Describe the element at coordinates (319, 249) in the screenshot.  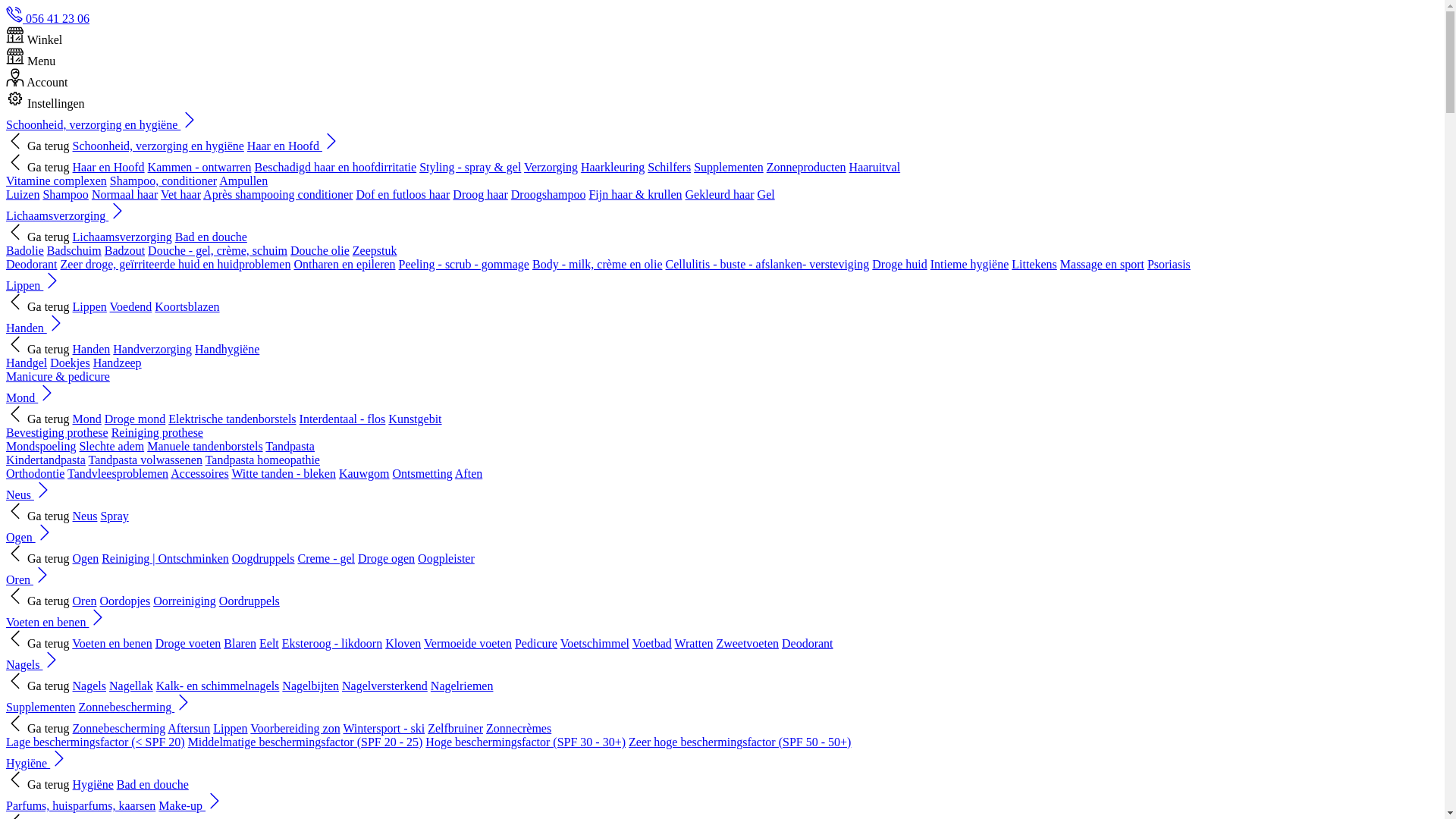
I see `'Douche olie'` at that location.